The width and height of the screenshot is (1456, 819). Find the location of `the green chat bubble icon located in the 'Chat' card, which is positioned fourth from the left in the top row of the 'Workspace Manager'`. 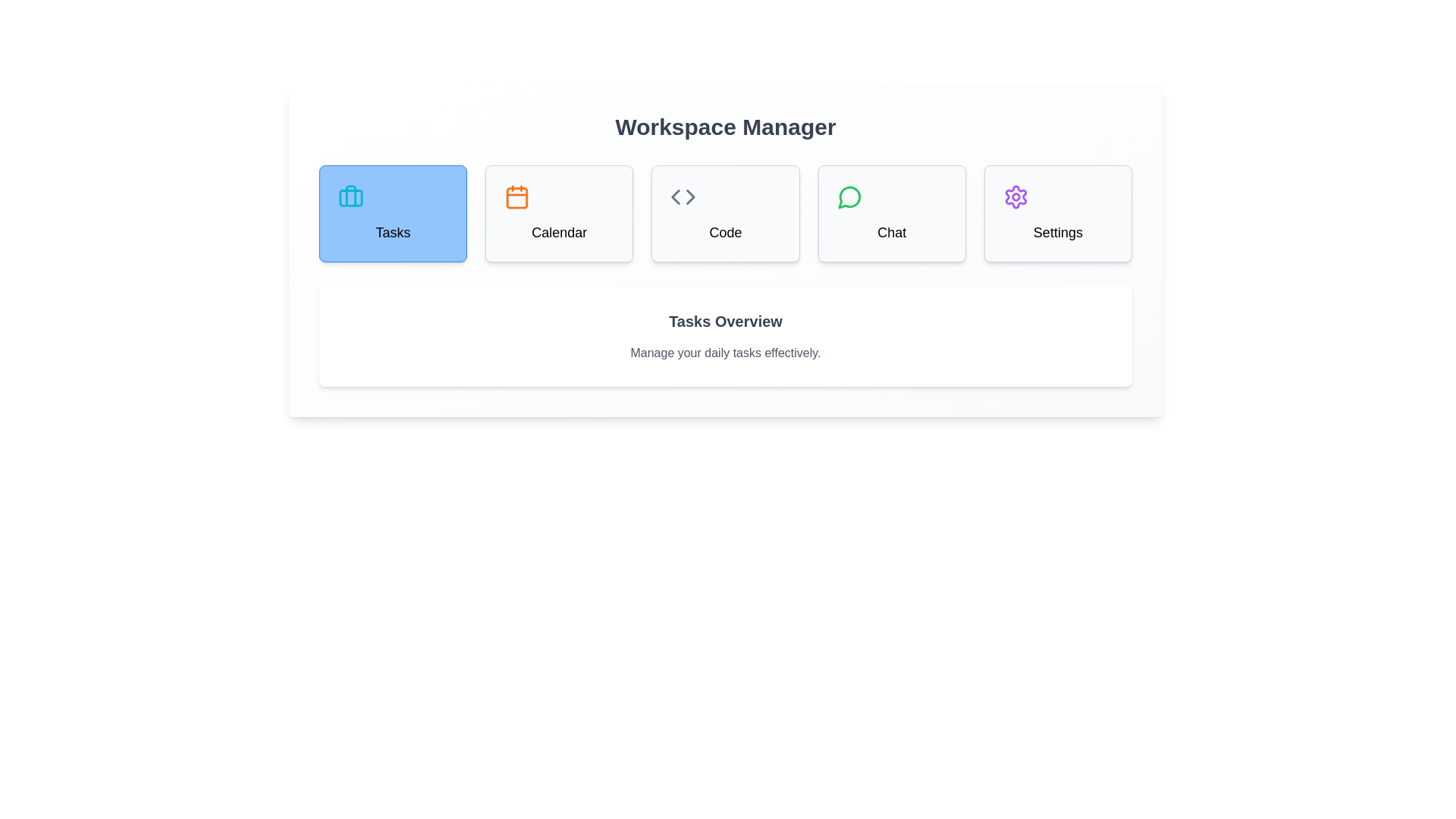

the green chat bubble icon located in the 'Chat' card, which is positioned fourth from the left in the top row of the 'Workspace Manager' is located at coordinates (849, 196).